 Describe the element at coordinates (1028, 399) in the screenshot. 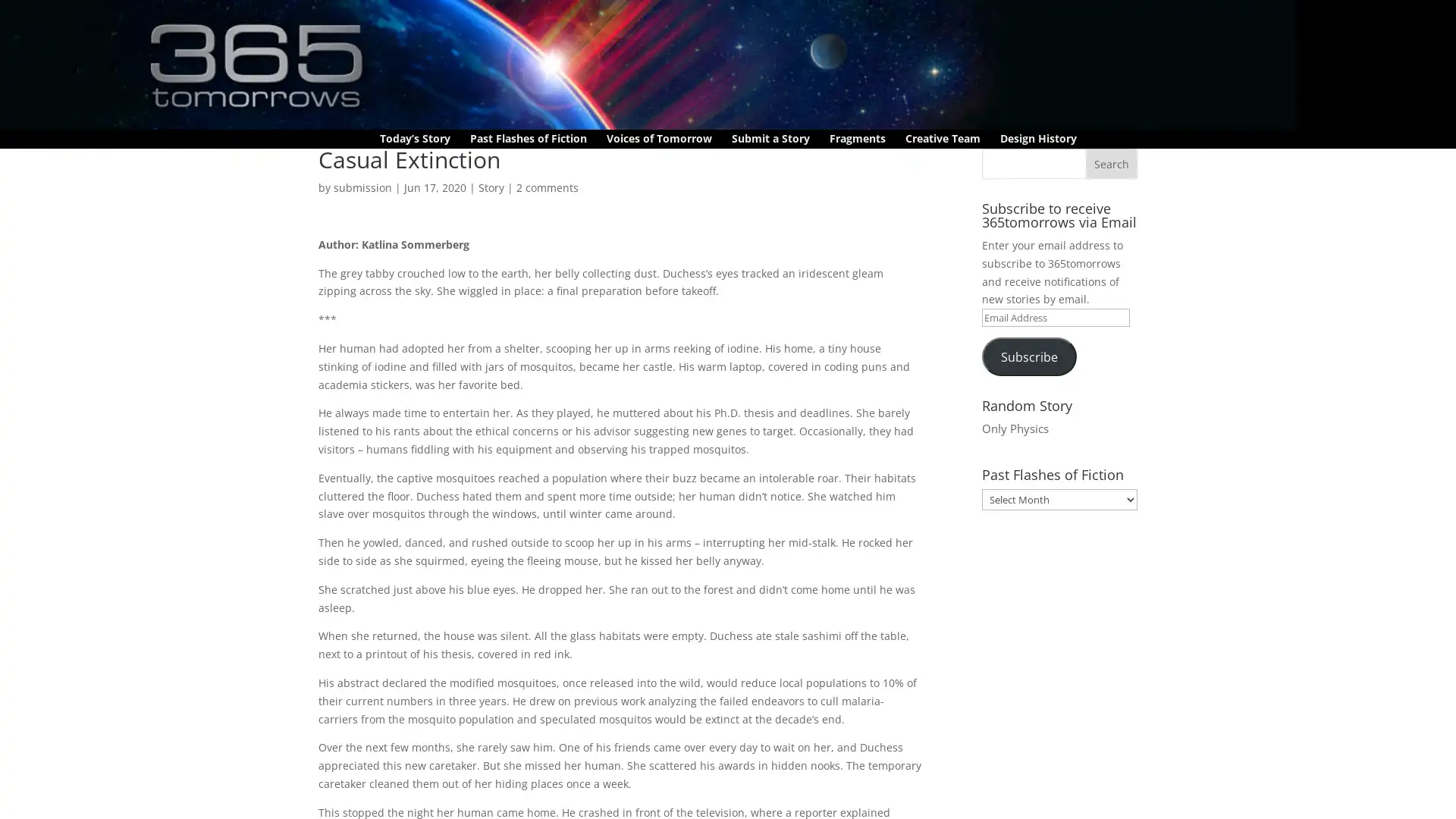

I see `Subscribe` at that location.